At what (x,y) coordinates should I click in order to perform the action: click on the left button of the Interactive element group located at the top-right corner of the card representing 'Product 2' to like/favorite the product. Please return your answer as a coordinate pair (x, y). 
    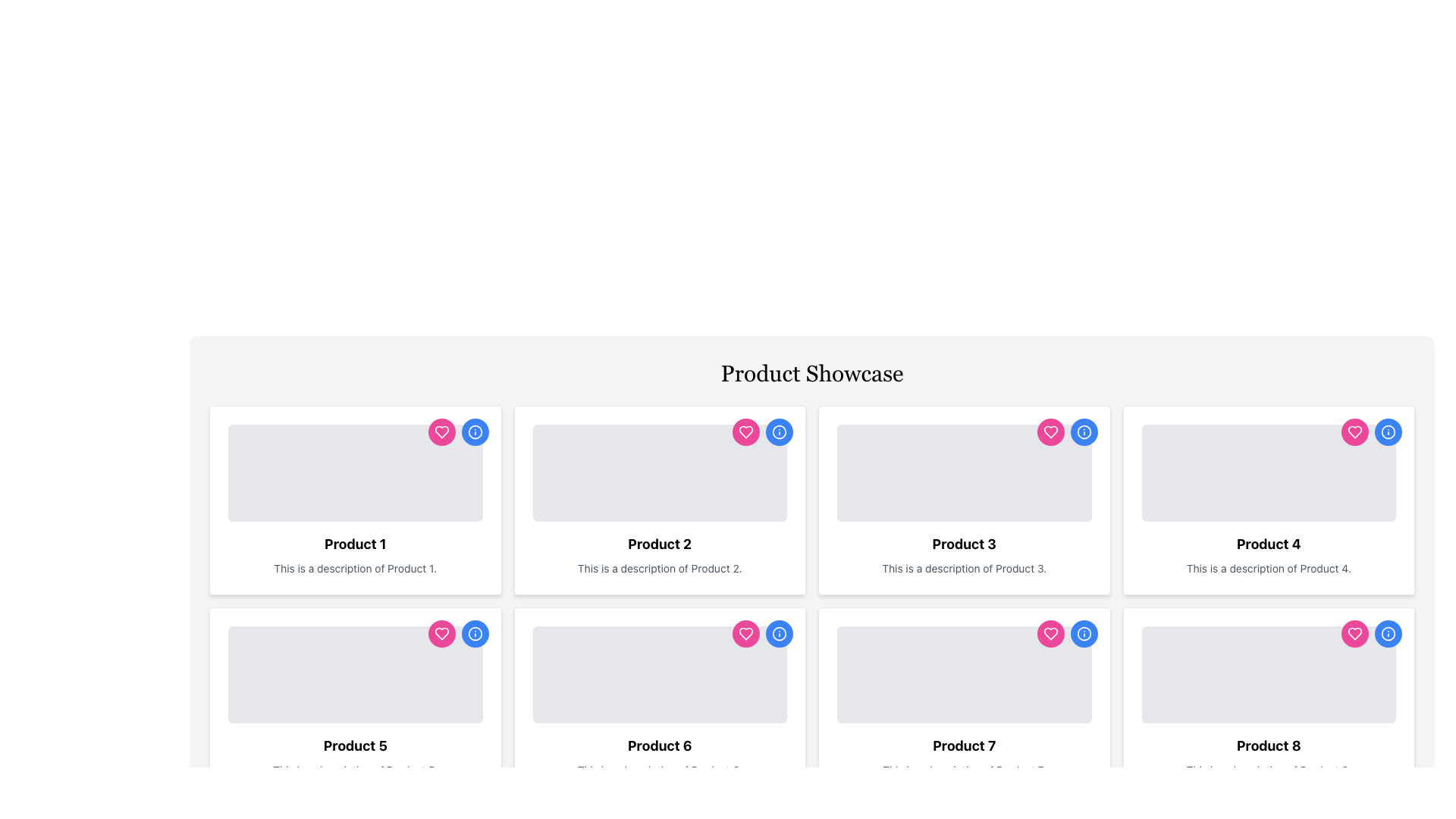
    Looking at the image, I should click on (763, 432).